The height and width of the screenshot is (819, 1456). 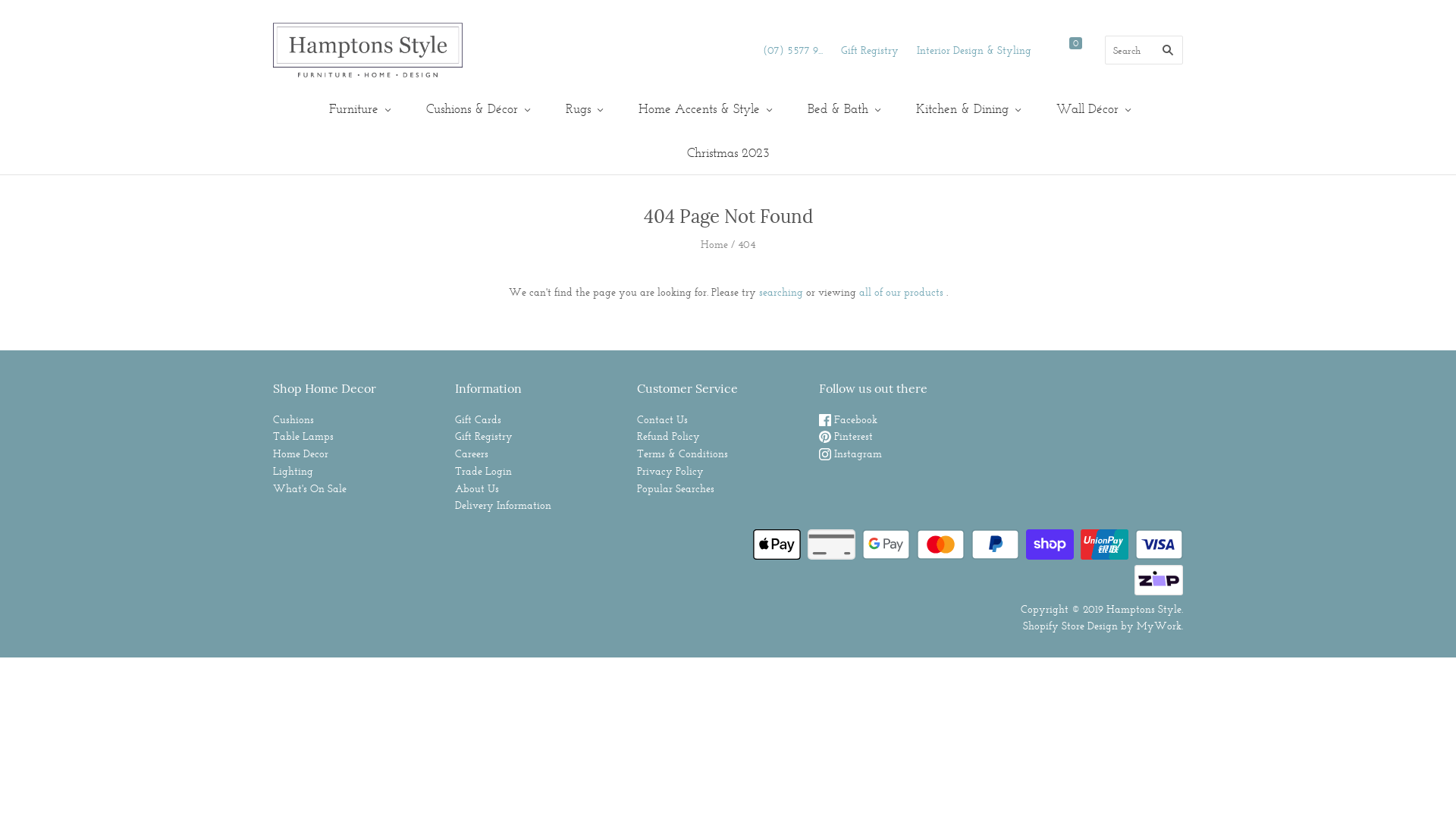 What do you see at coordinates (475, 488) in the screenshot?
I see `'About Us'` at bounding box center [475, 488].